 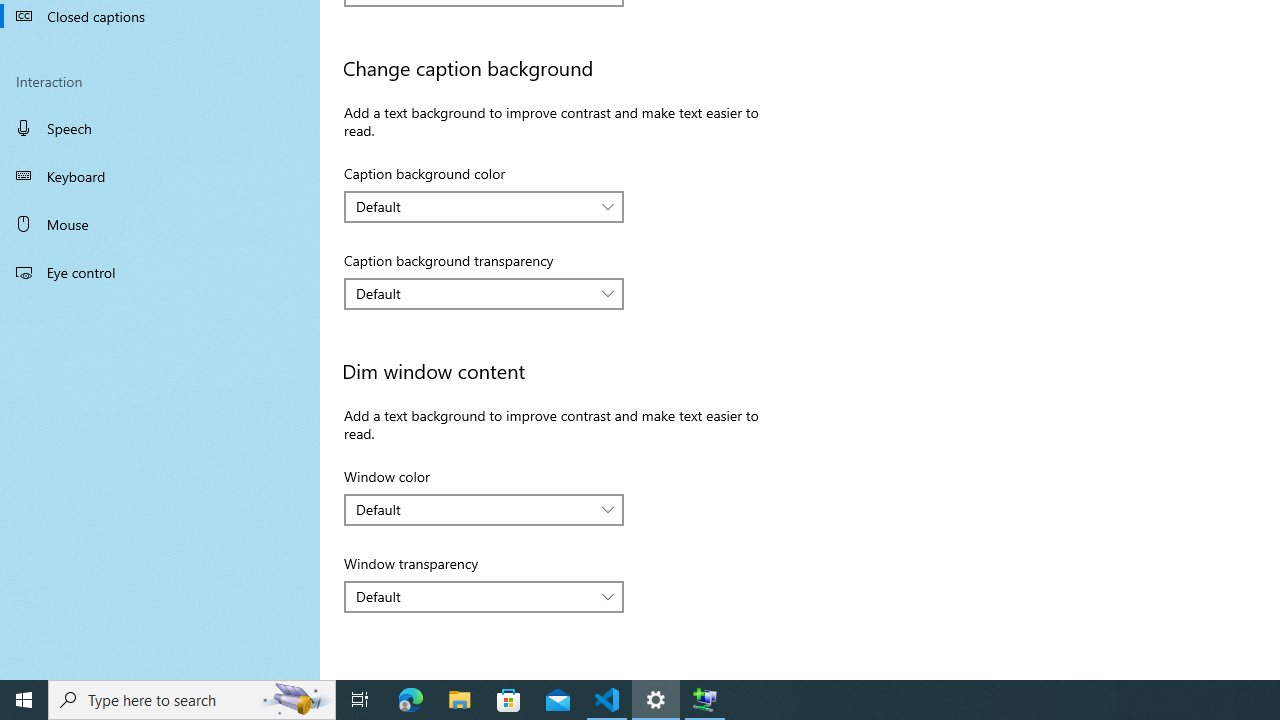 What do you see at coordinates (160, 223) in the screenshot?
I see `'Mouse'` at bounding box center [160, 223].